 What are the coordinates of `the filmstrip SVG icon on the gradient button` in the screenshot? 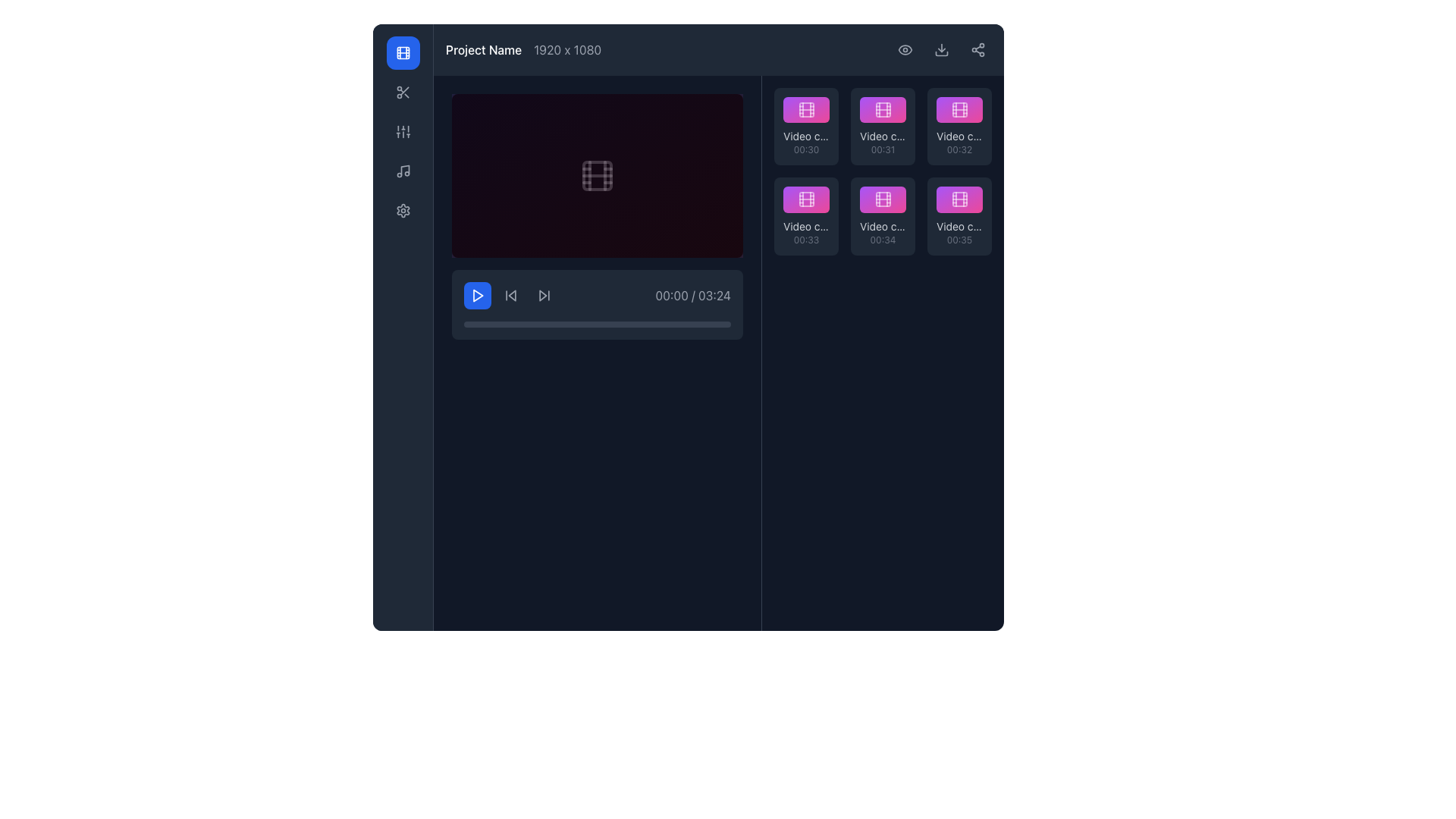 It's located at (959, 199).